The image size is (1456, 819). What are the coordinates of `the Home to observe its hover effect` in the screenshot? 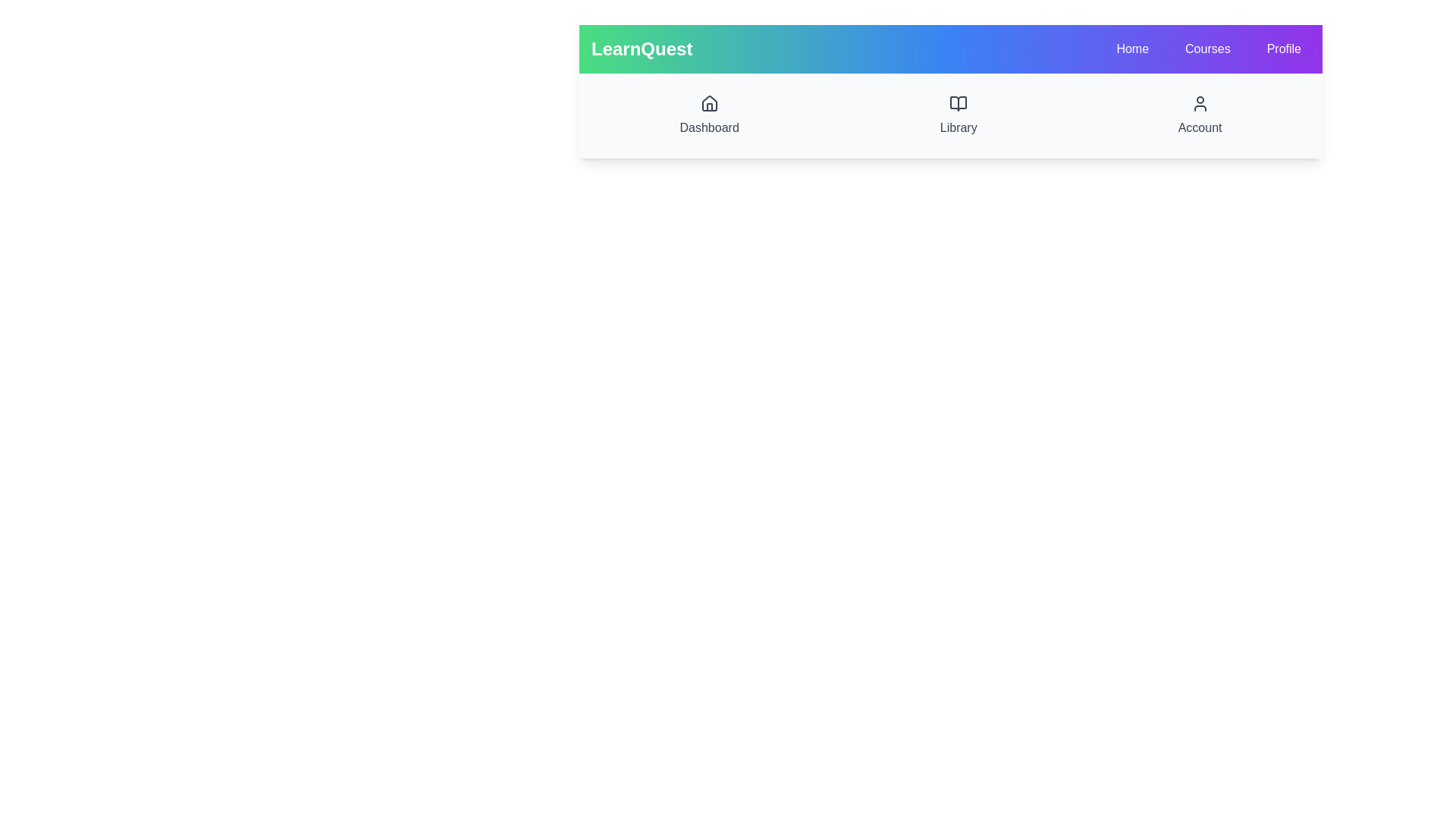 It's located at (1131, 49).